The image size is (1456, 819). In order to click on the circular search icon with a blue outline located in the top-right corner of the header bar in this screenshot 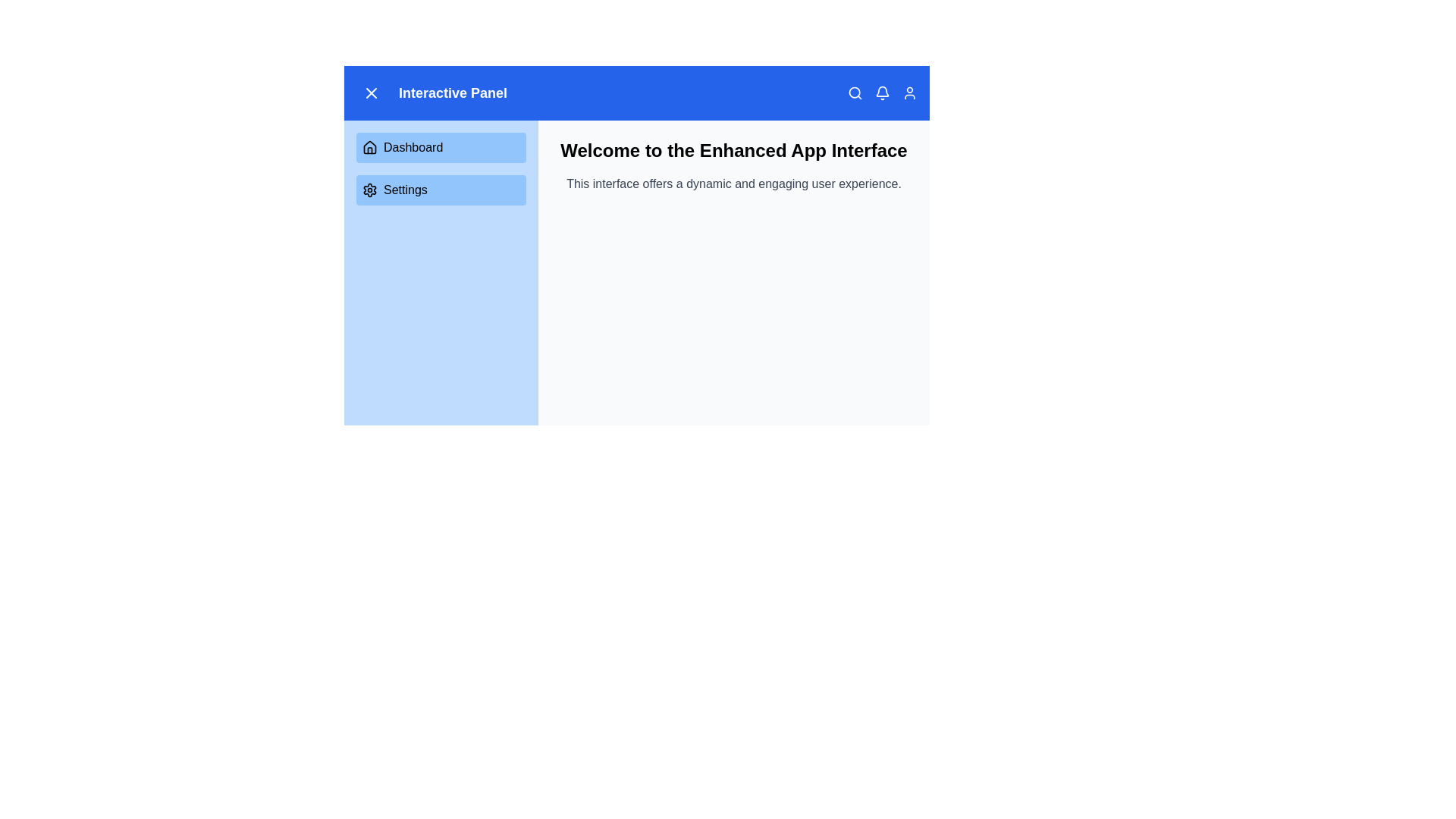, I will do `click(855, 93)`.